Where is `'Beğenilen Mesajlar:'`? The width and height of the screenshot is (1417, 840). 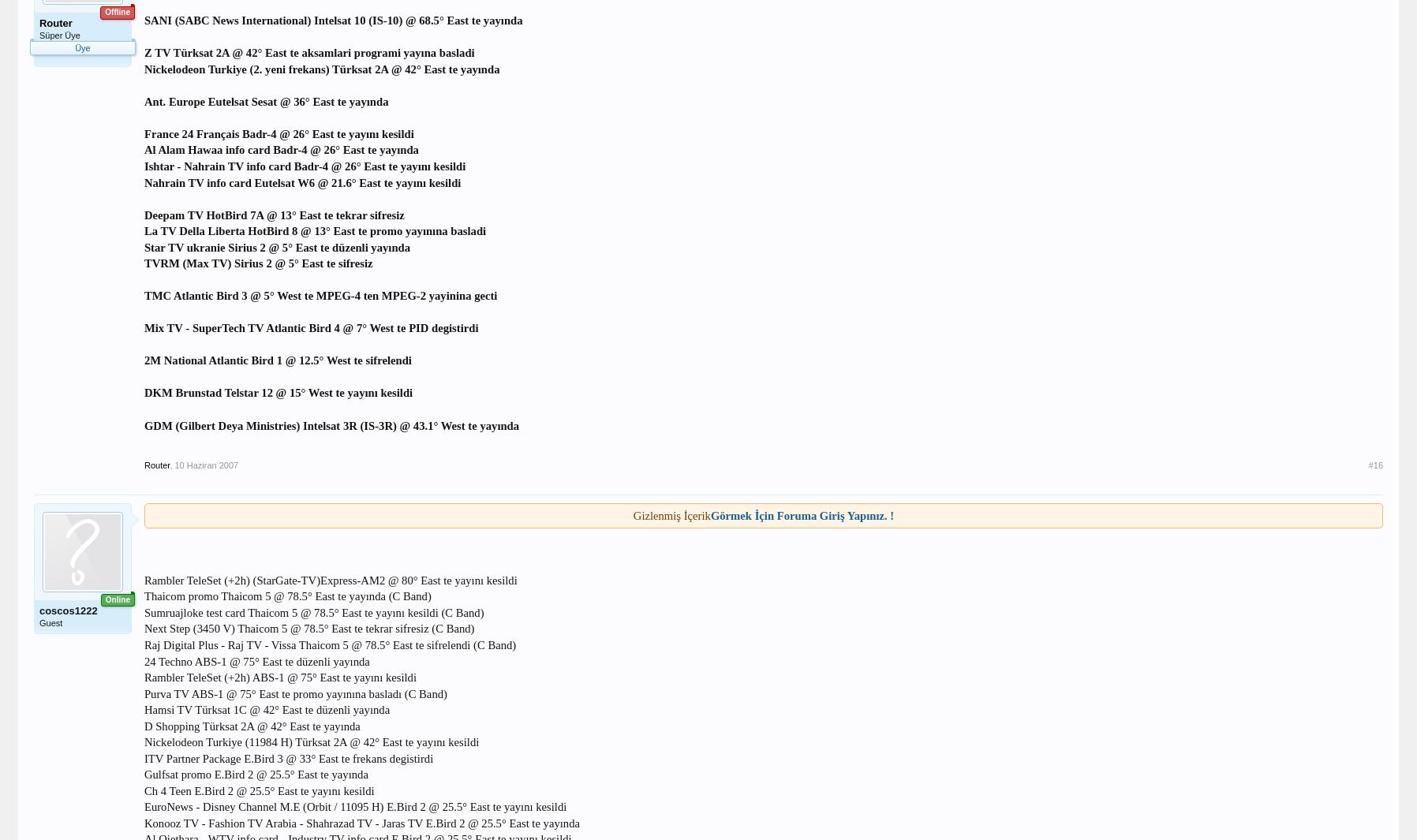 'Beğenilen Mesajlar:' is located at coordinates (73, 96).